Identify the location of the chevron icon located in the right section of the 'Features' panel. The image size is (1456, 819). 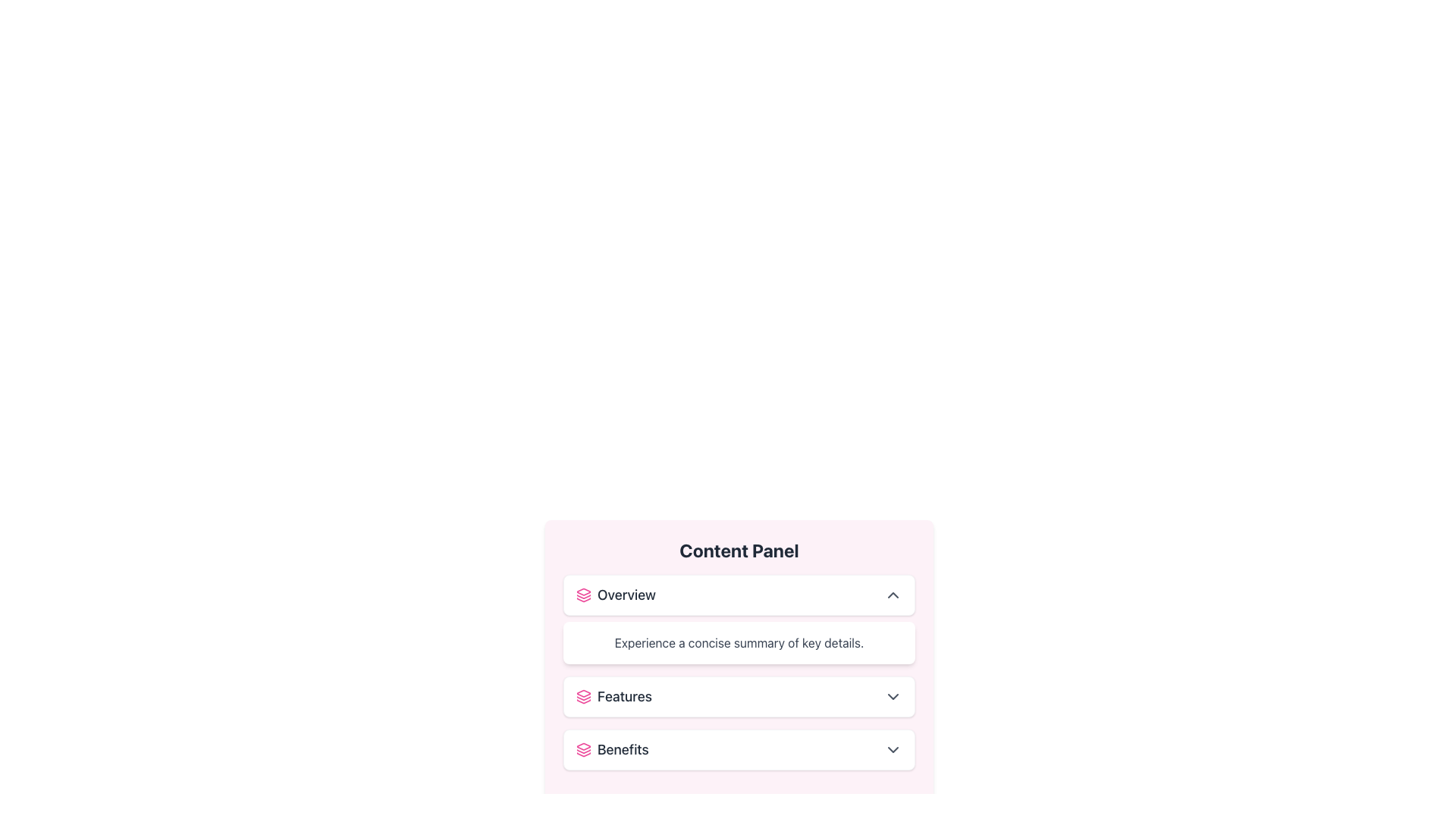
(893, 696).